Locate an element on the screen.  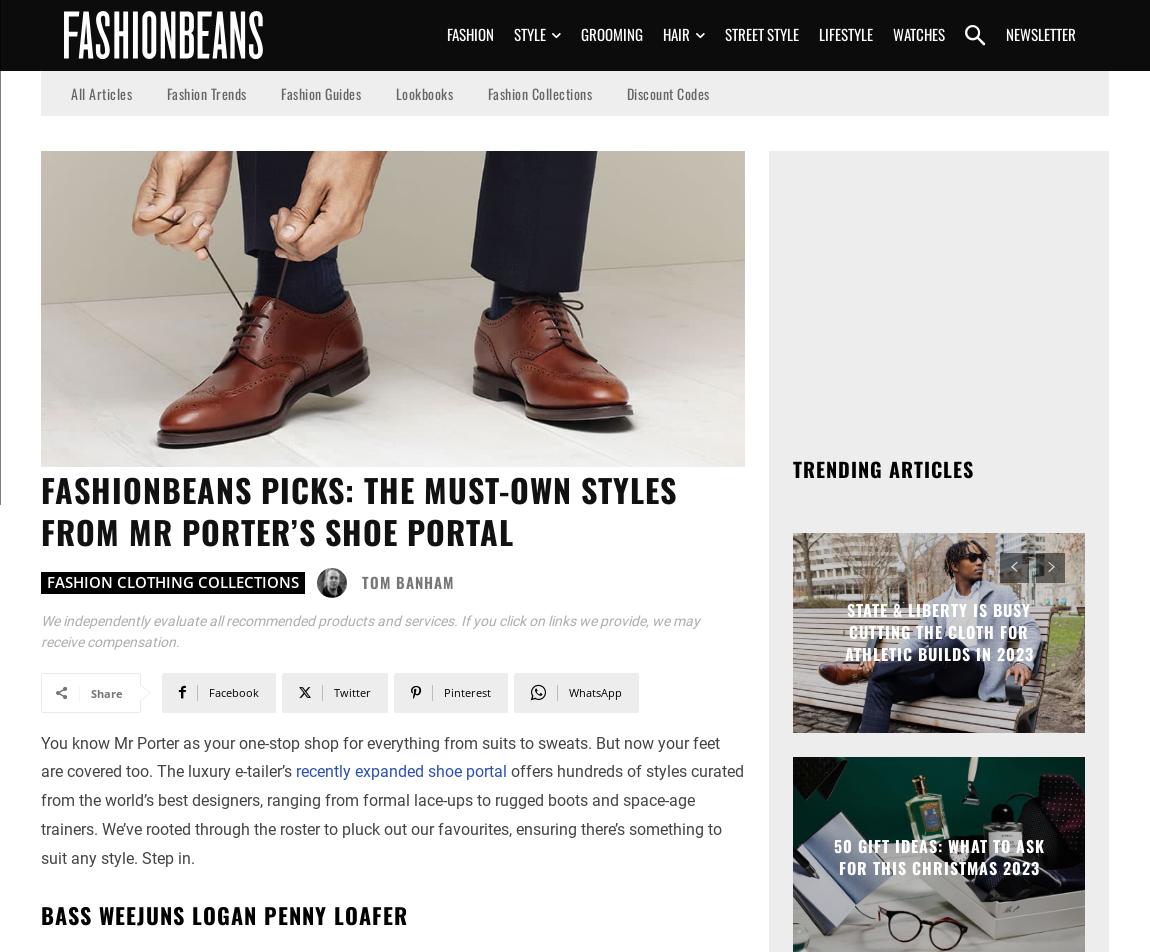
'Facebook' is located at coordinates (233, 691).